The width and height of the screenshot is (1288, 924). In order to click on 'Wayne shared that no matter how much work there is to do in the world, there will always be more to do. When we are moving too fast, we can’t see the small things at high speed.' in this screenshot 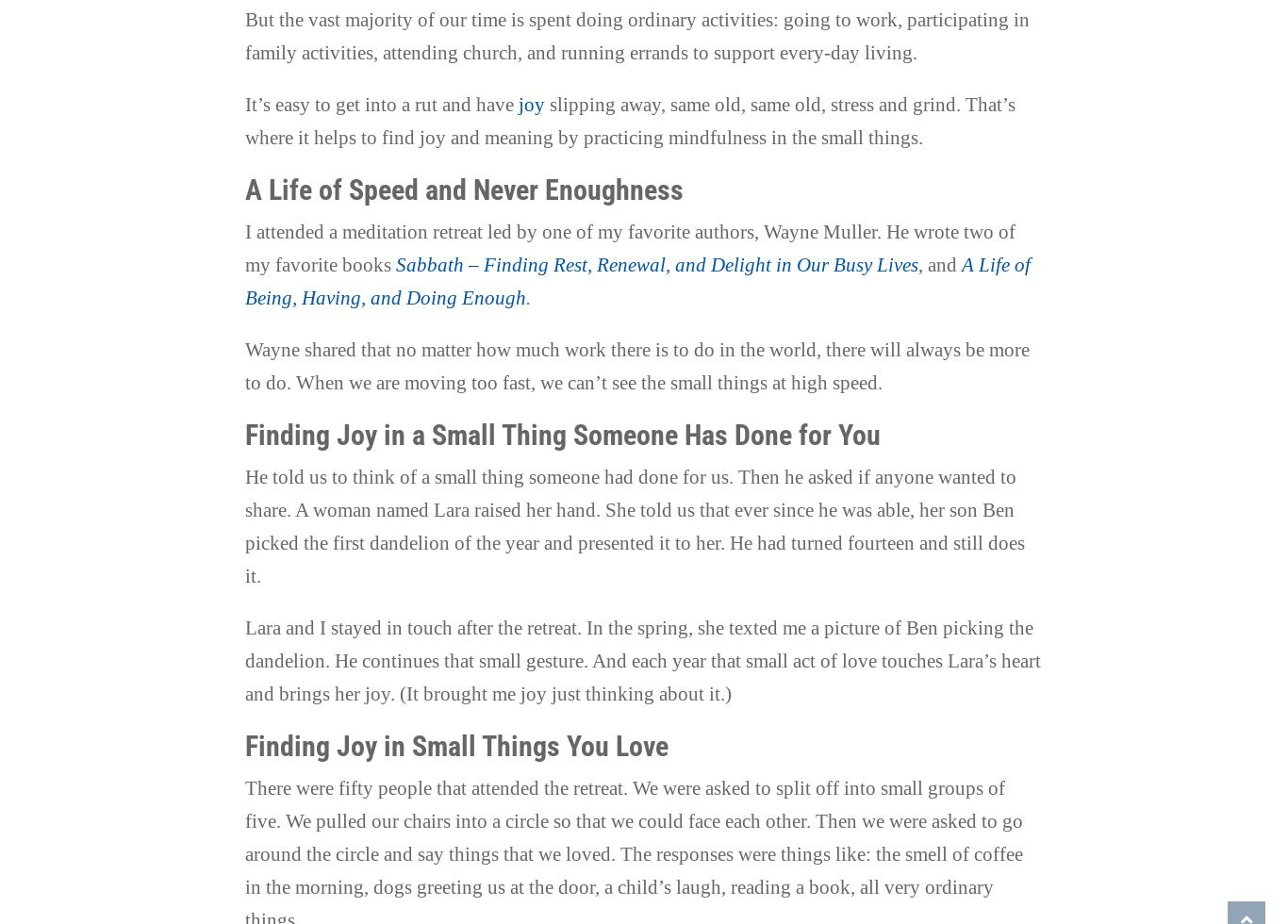, I will do `click(635, 366)`.